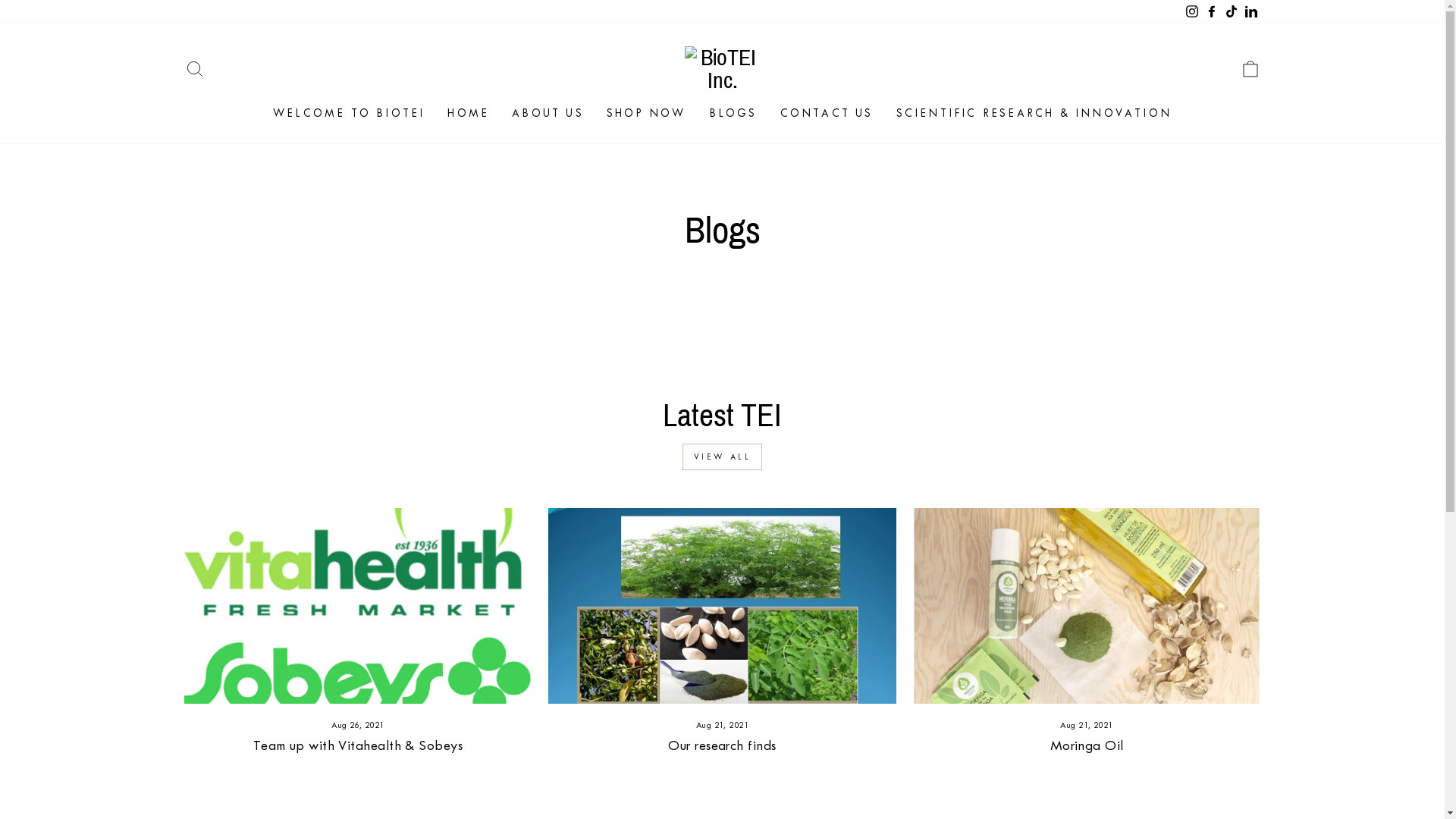 The height and width of the screenshot is (819, 1456). I want to click on 'SEARCH', so click(193, 69).